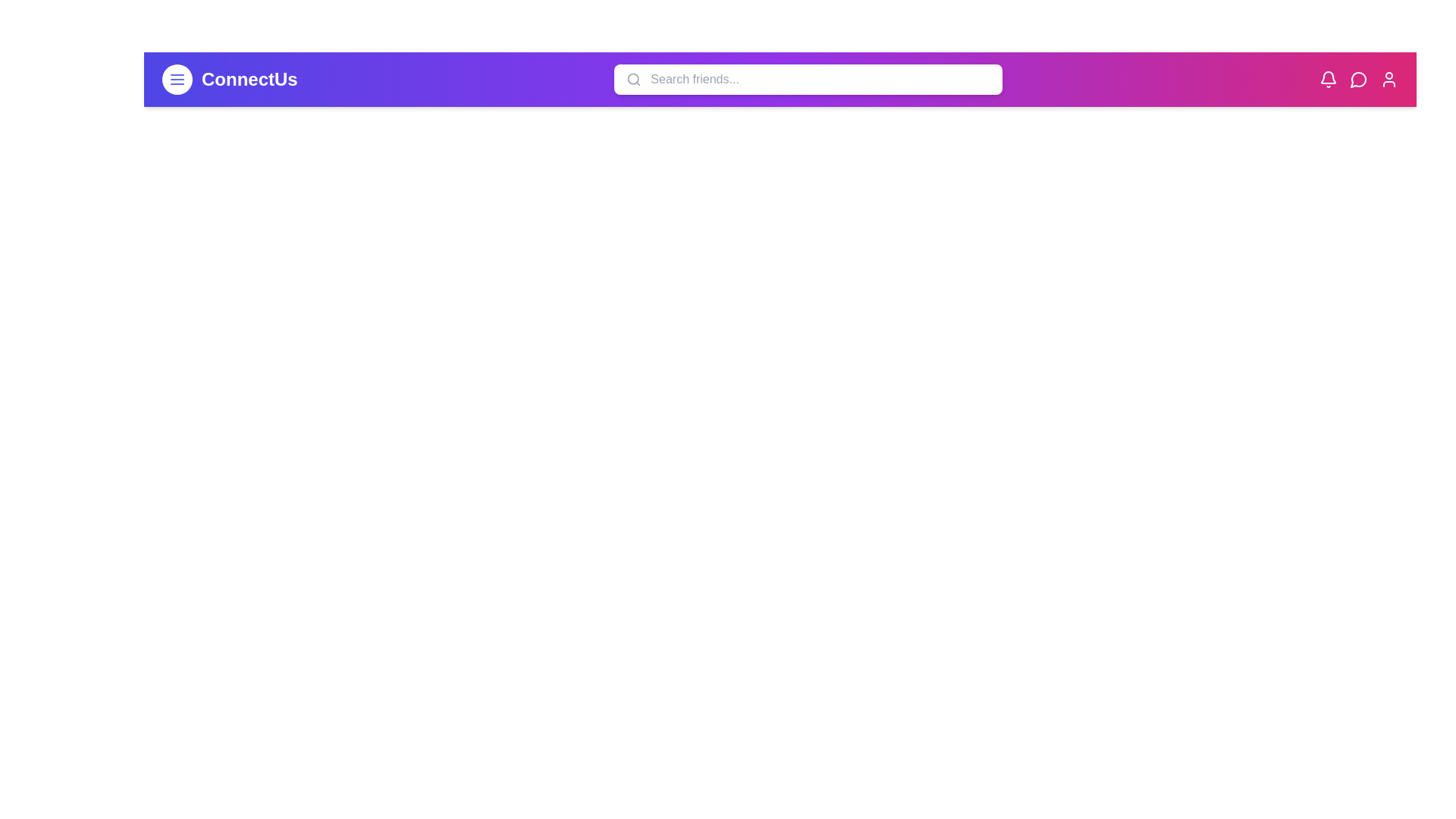 The height and width of the screenshot is (819, 1456). I want to click on the menu button to toggle the sidebar, so click(177, 79).